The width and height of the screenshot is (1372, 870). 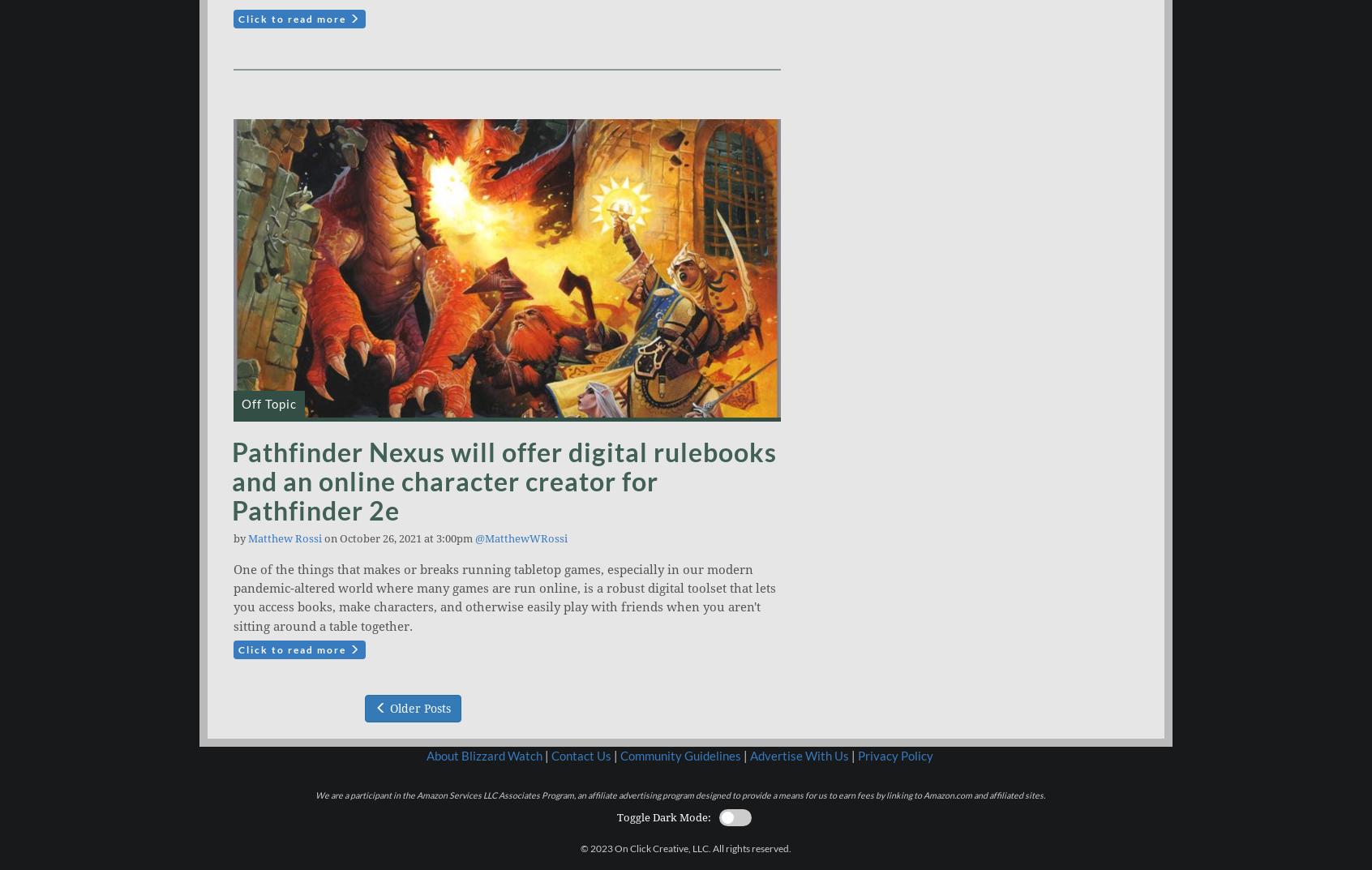 I want to click on 'Contact Us', so click(x=551, y=756).